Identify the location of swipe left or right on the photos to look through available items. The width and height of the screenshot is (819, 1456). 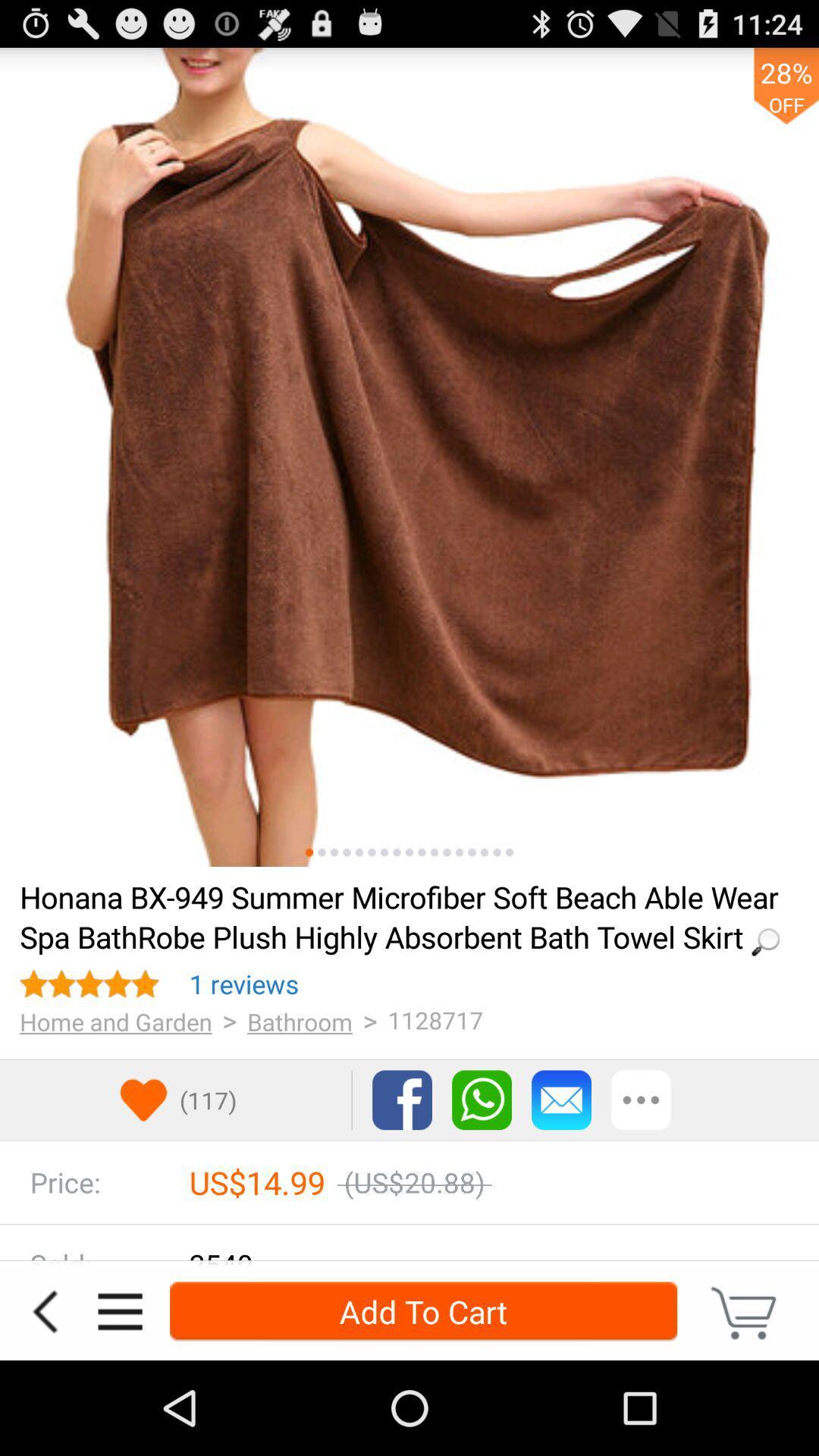
(509, 852).